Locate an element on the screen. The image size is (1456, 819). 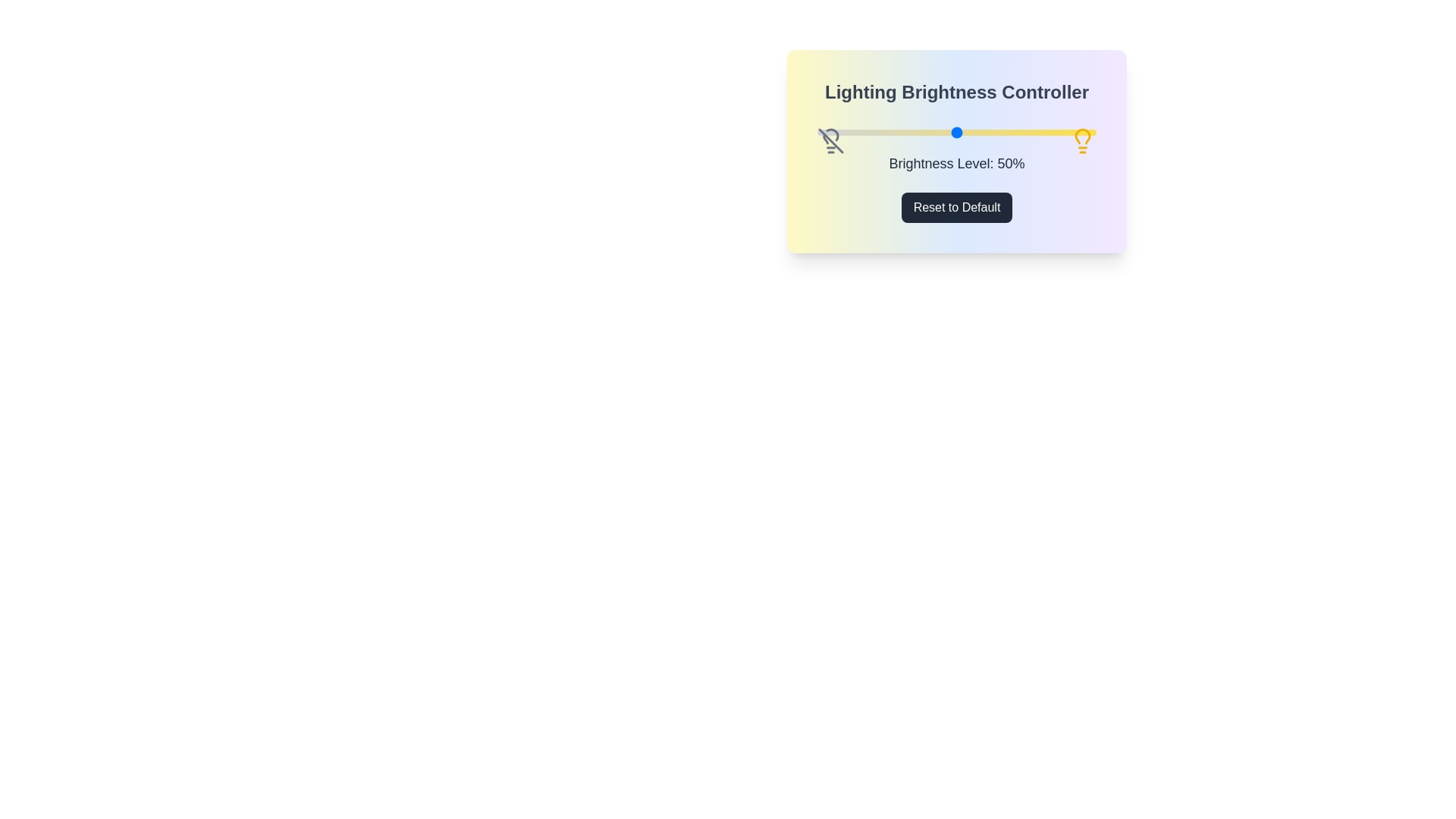
the 'Reset to Default' button to reset the brightness level to 50% is located at coordinates (956, 207).